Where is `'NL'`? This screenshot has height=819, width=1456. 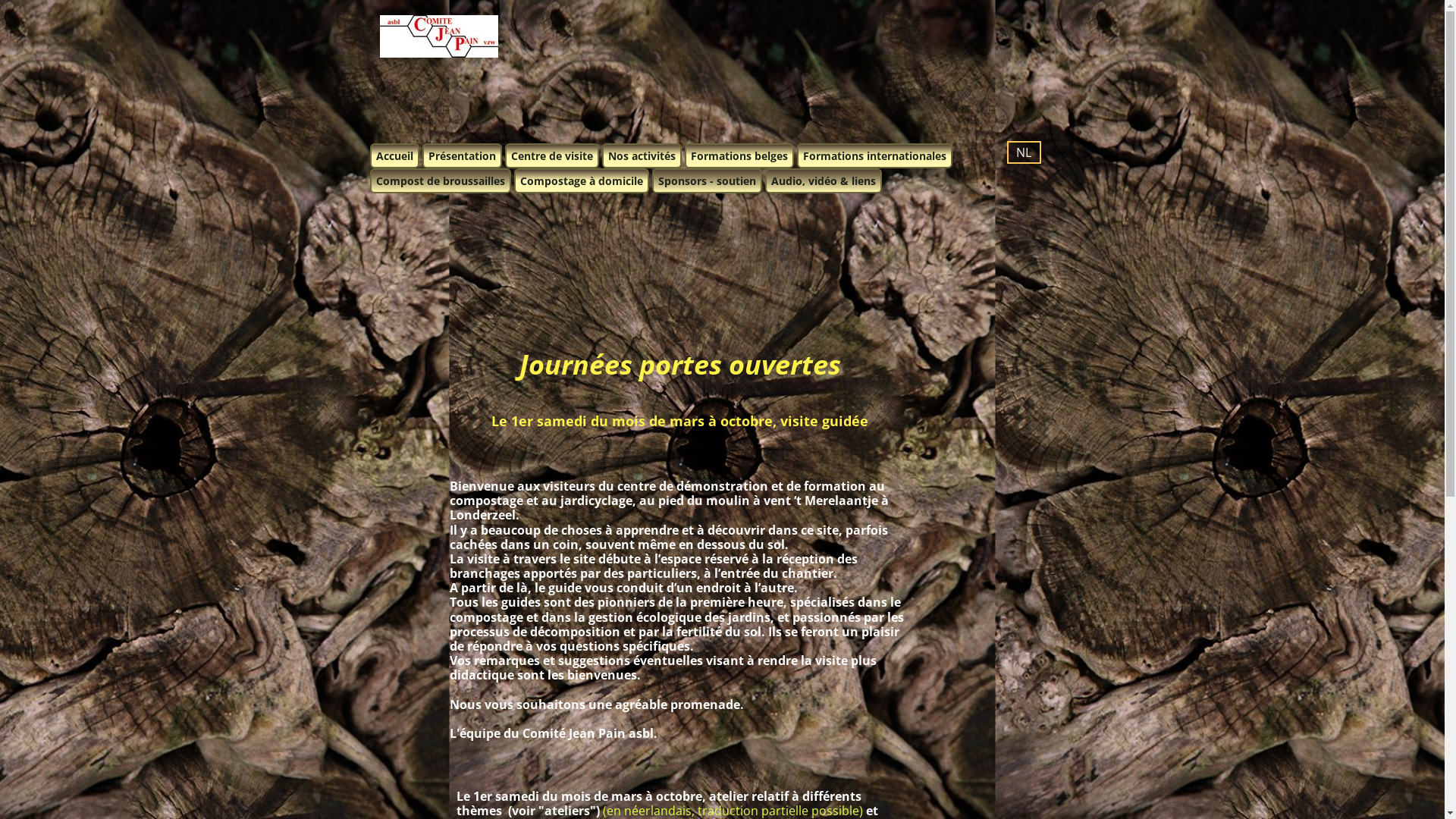 'NL' is located at coordinates (1024, 152).